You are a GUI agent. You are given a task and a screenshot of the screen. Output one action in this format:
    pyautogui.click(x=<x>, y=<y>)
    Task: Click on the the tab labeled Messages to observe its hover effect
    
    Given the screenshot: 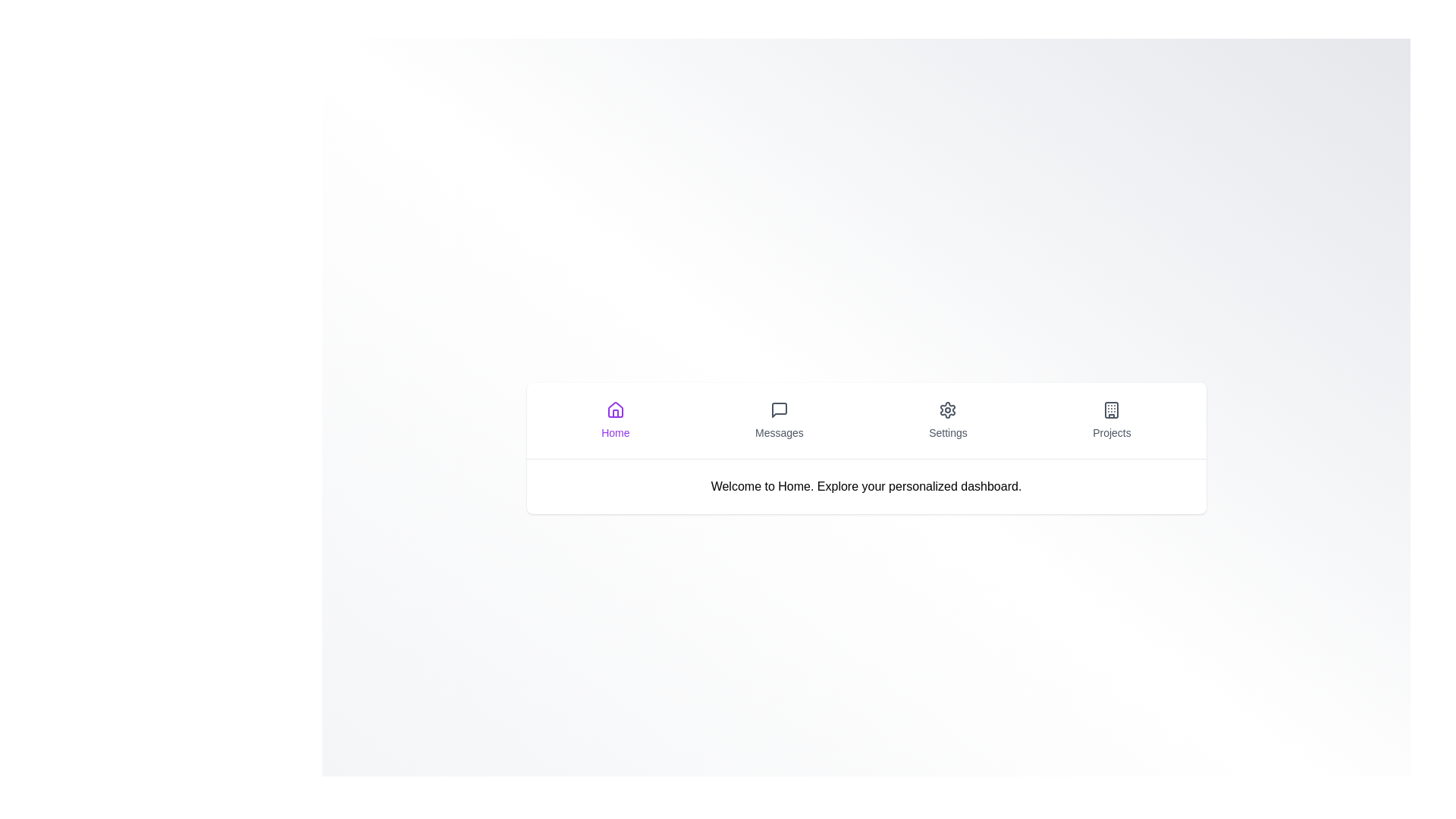 What is the action you would take?
    pyautogui.click(x=779, y=420)
    